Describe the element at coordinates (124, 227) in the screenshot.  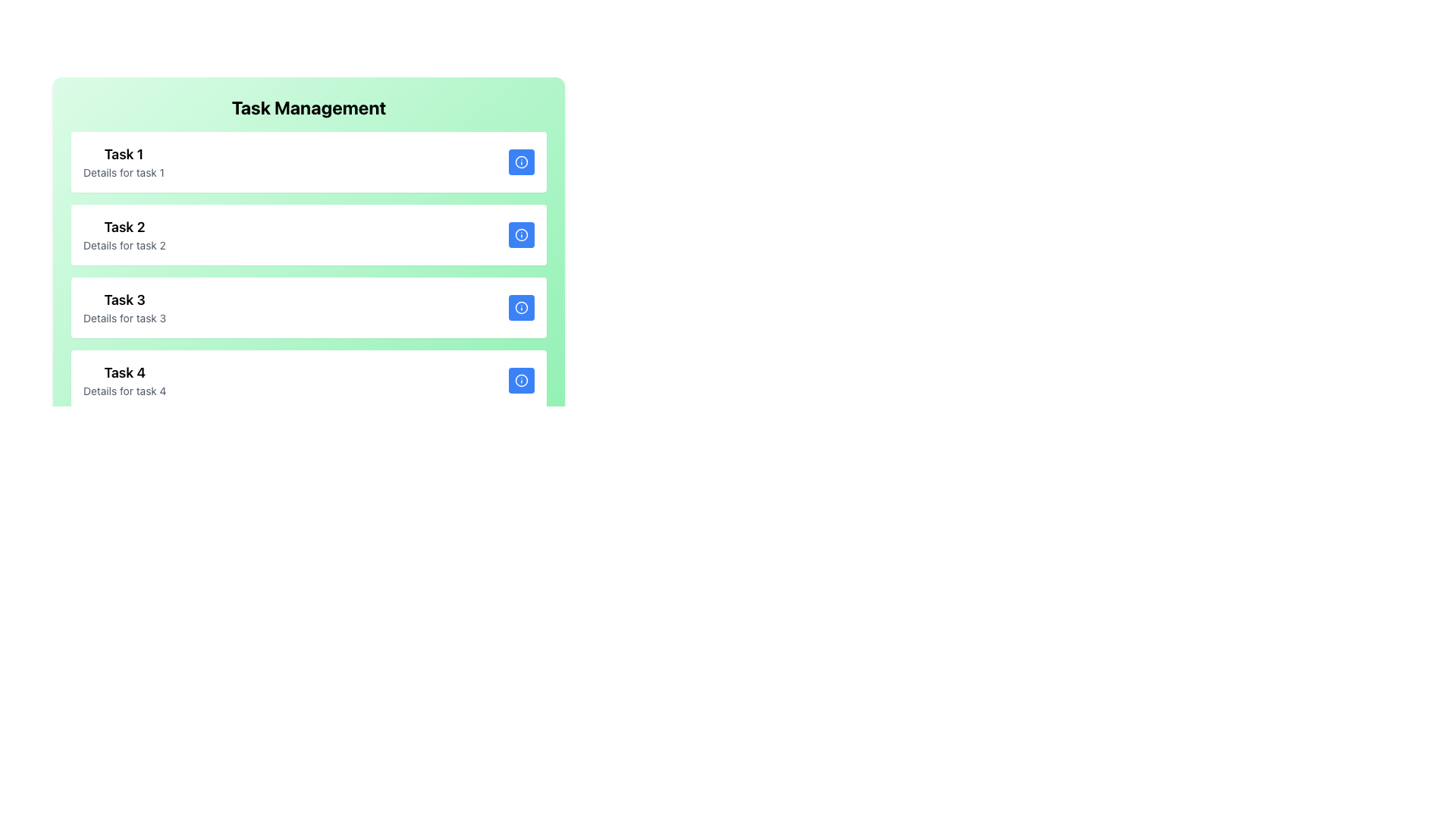
I see `the Text Label that serves as a title or heading for the second task, positioned above the details for task 2 within the second task card` at that location.